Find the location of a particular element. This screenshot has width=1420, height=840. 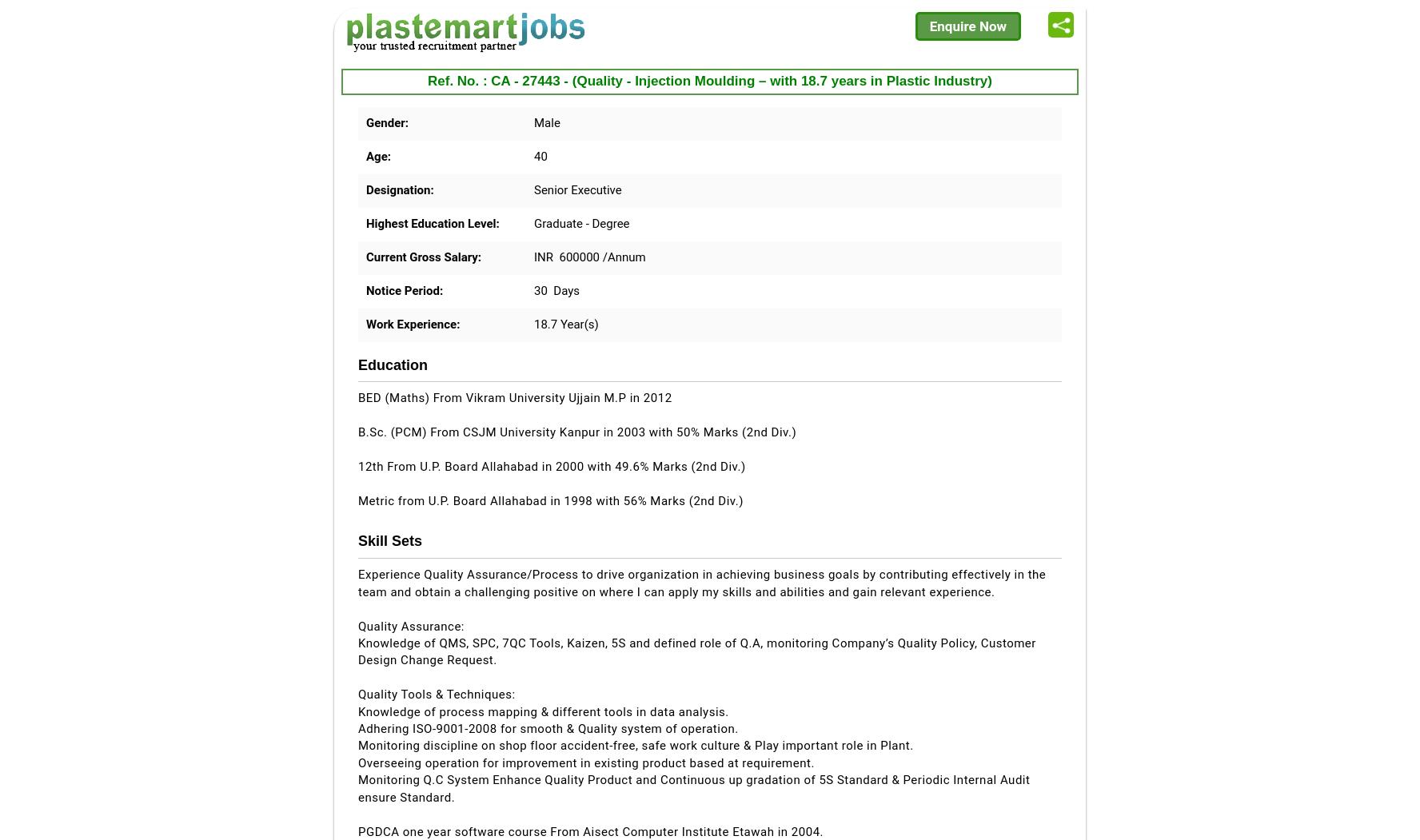

'Metric from U.P. Board Allahabad in 1998 with 56% Marks (2nd Div.)' is located at coordinates (550, 500).